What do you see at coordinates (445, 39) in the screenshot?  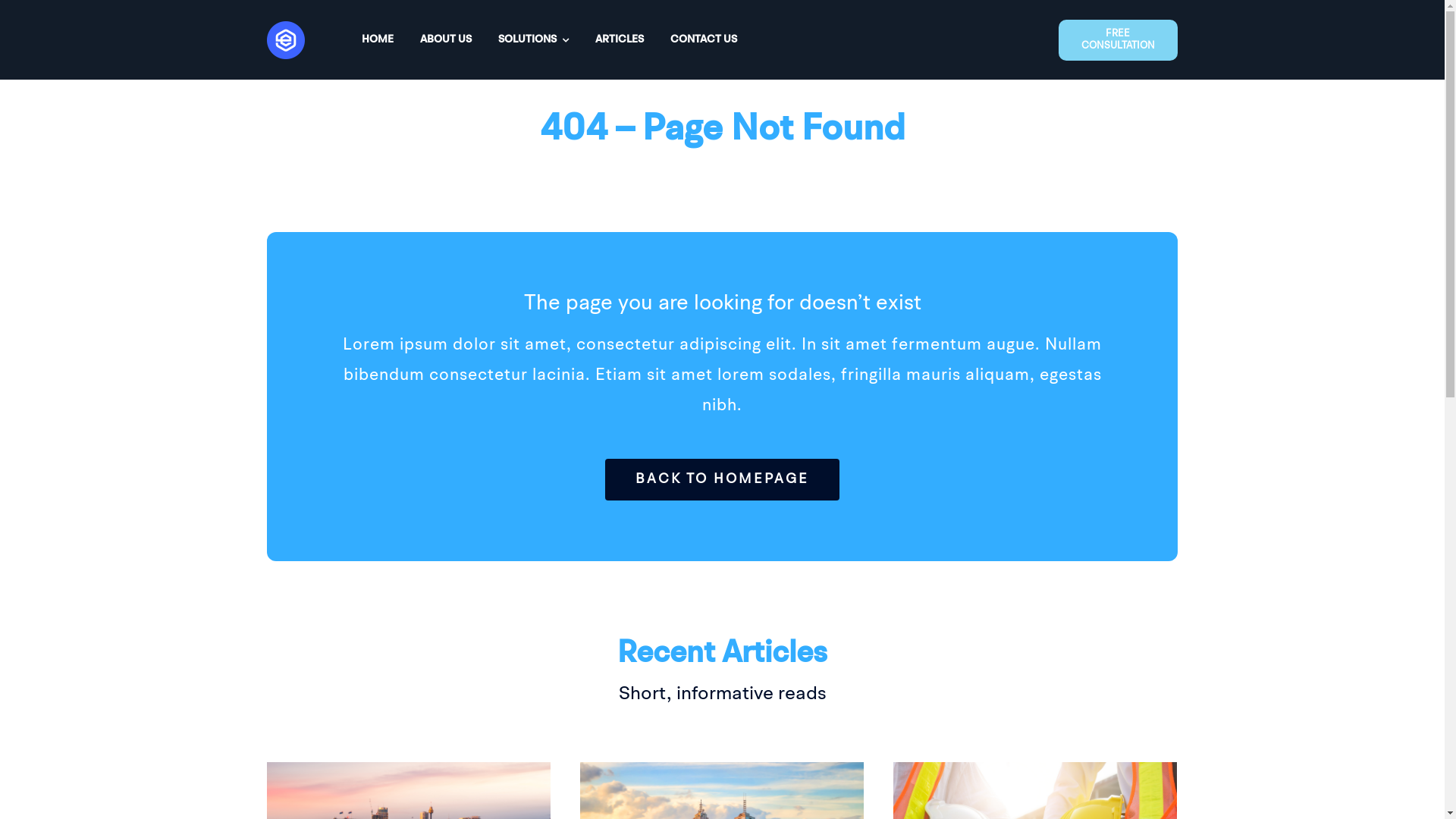 I see `'ABOUT US'` at bounding box center [445, 39].